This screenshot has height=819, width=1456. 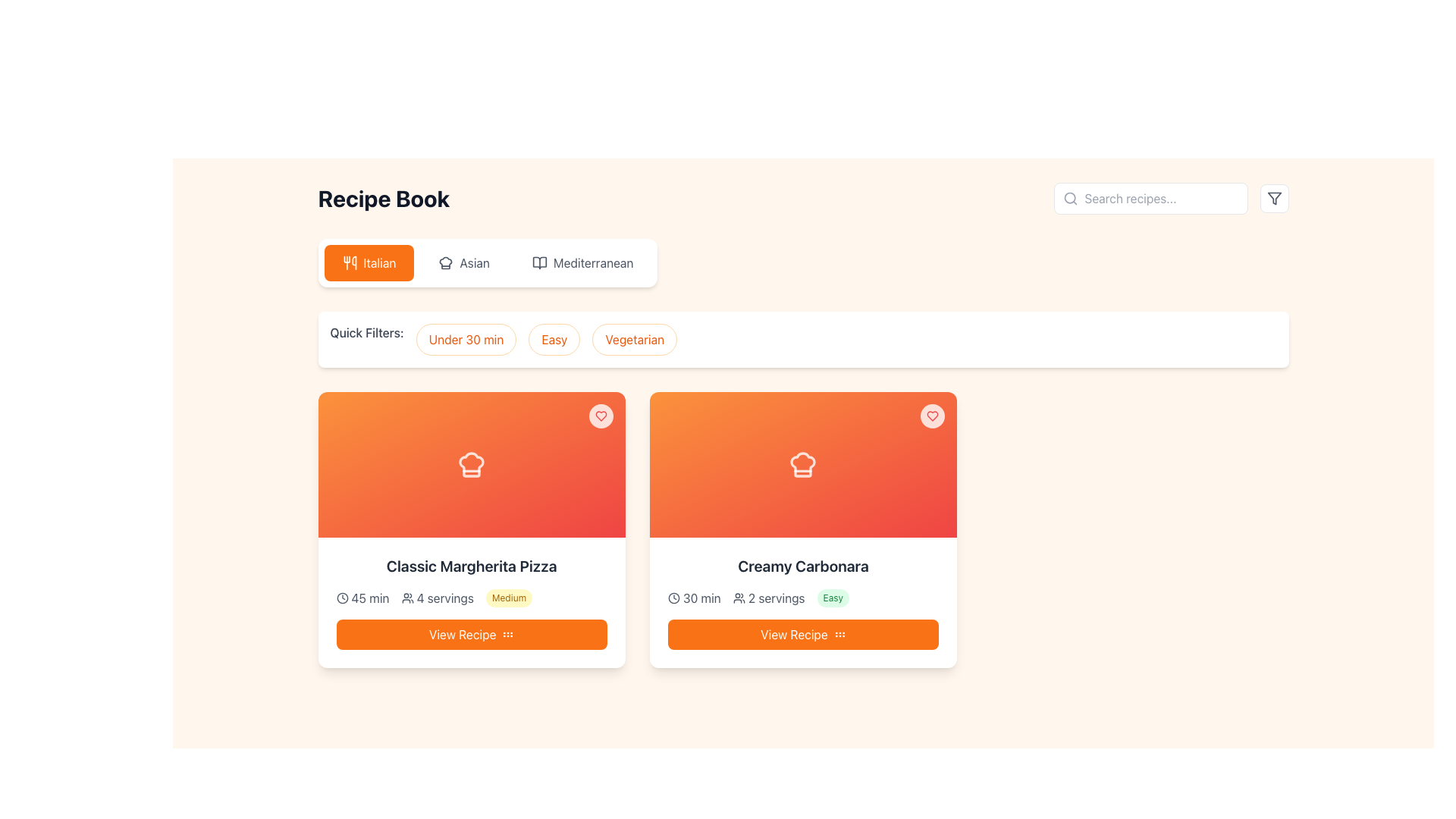 I want to click on the servings quantity icon for 'Creamy Carbonara', which is visually represented next to the text '2 servings' and is the first element in a horizontal group within the card, so click(x=739, y=598).